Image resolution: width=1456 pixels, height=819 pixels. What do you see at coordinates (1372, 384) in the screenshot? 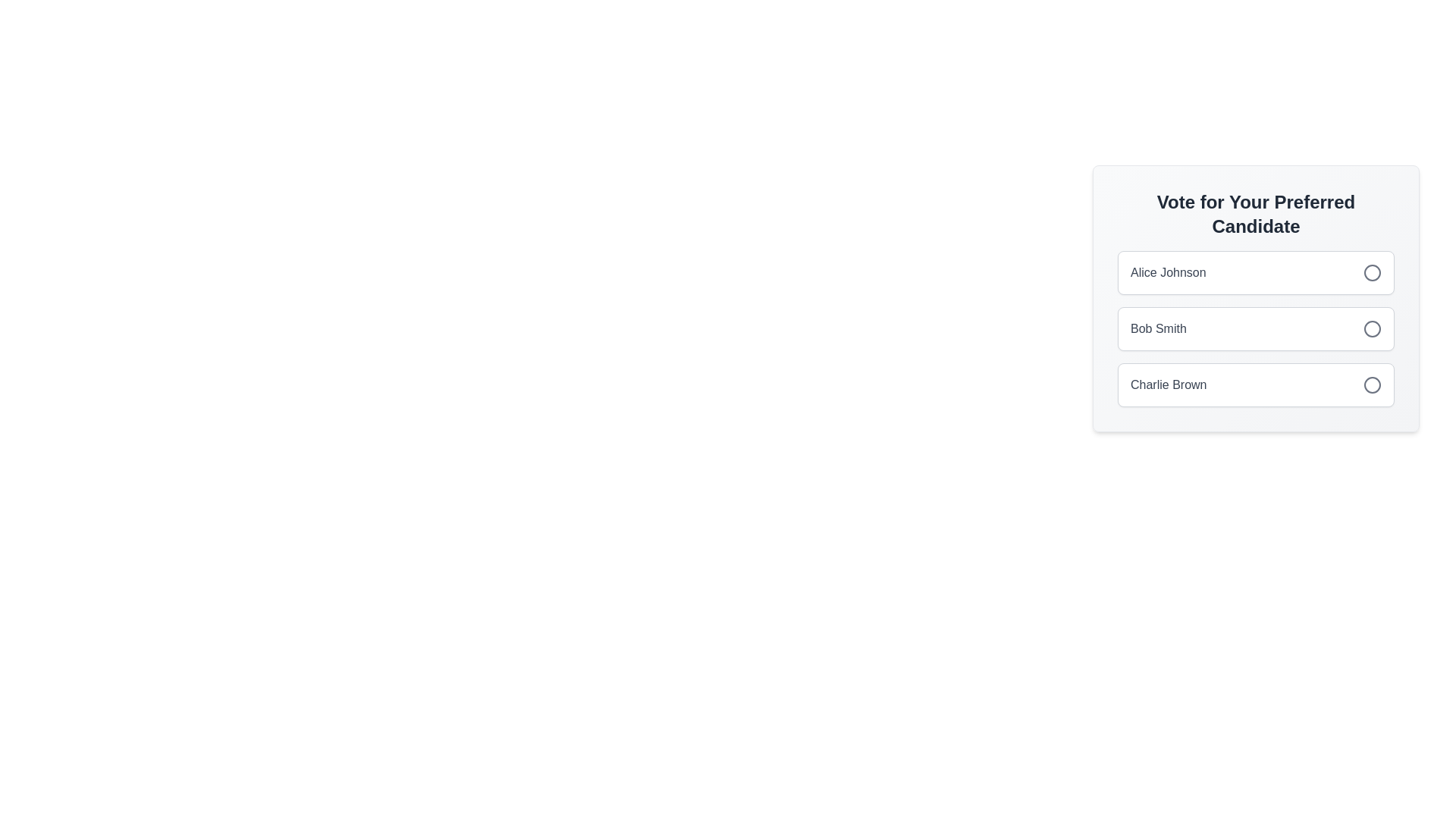
I see `the radio button with a circular icon and gray outline located in the center-right of the 'Charlie Brown' options list` at bounding box center [1372, 384].